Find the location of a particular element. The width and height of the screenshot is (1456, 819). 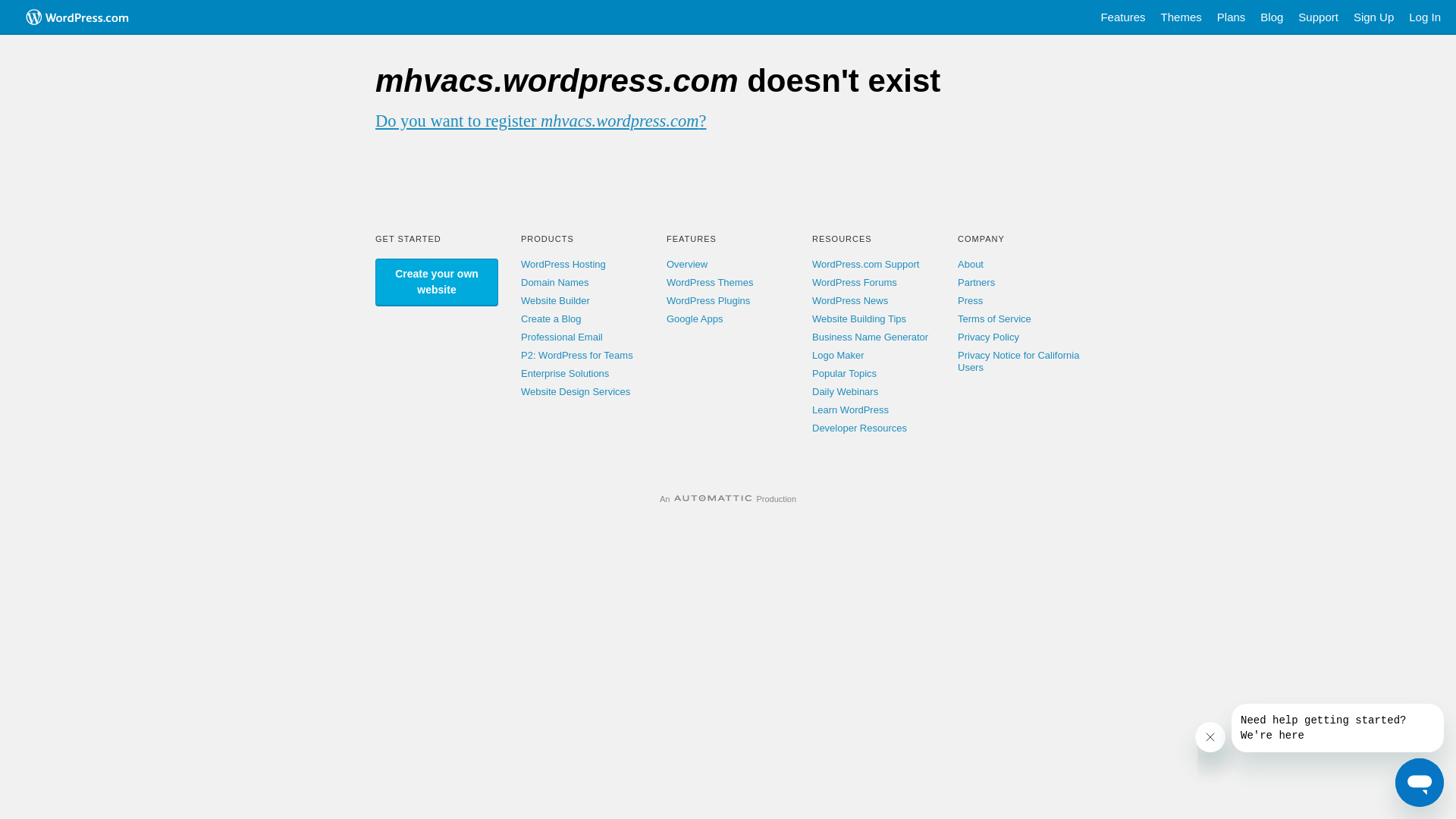

'Privacy Notice for California Users' is located at coordinates (1018, 361).